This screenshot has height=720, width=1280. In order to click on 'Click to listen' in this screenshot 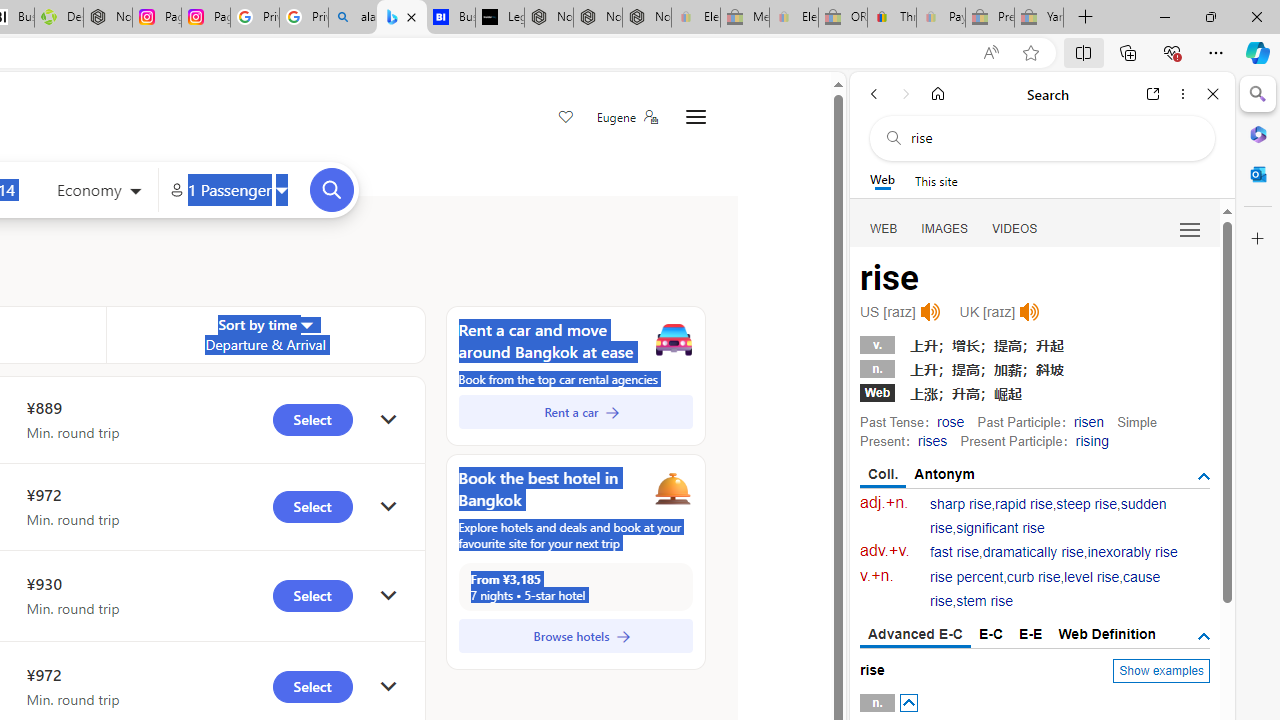, I will do `click(1029, 312)`.